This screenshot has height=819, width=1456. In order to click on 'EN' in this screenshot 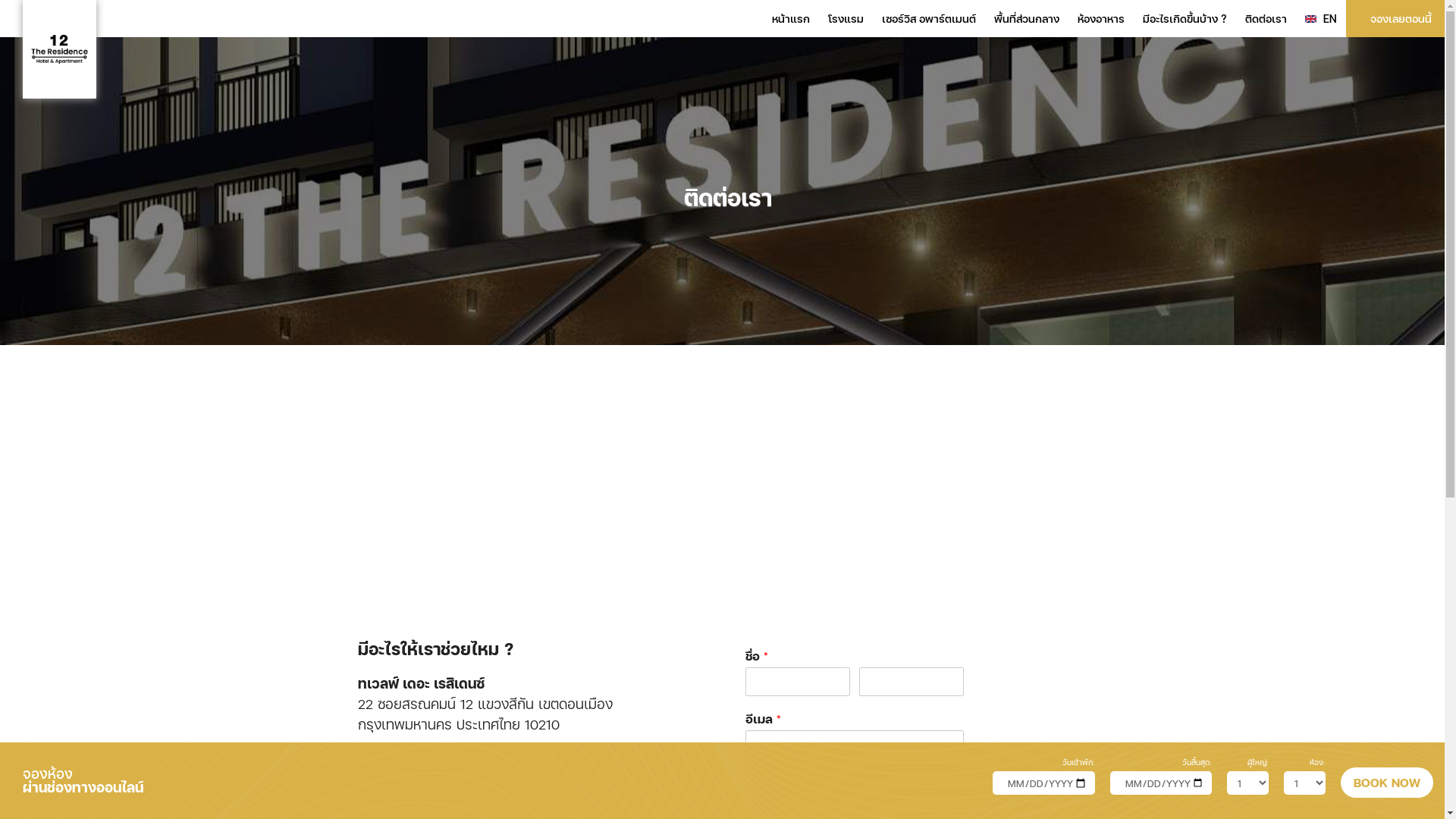, I will do `click(1320, 18)`.